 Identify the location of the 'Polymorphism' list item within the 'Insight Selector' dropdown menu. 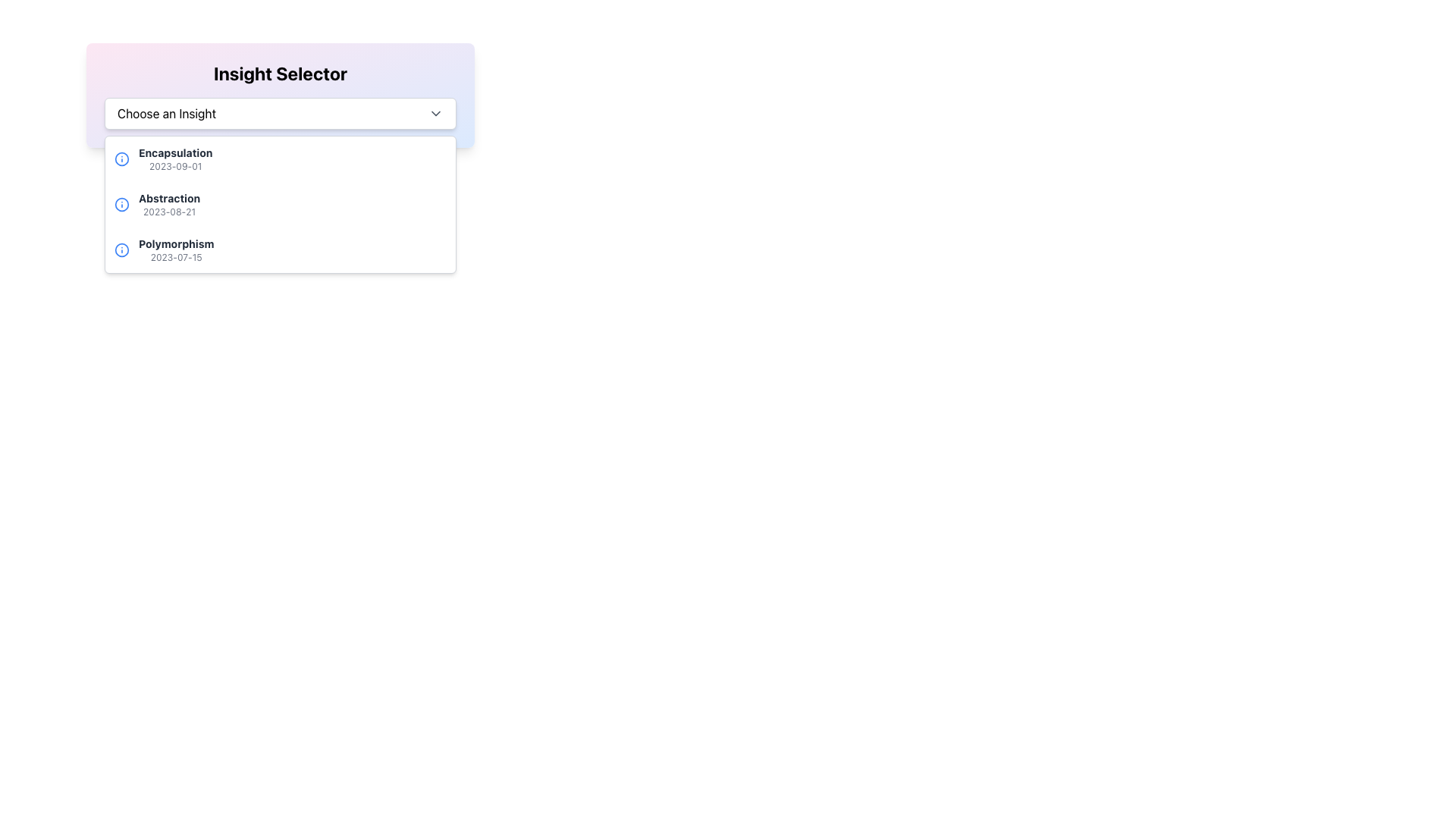
(176, 249).